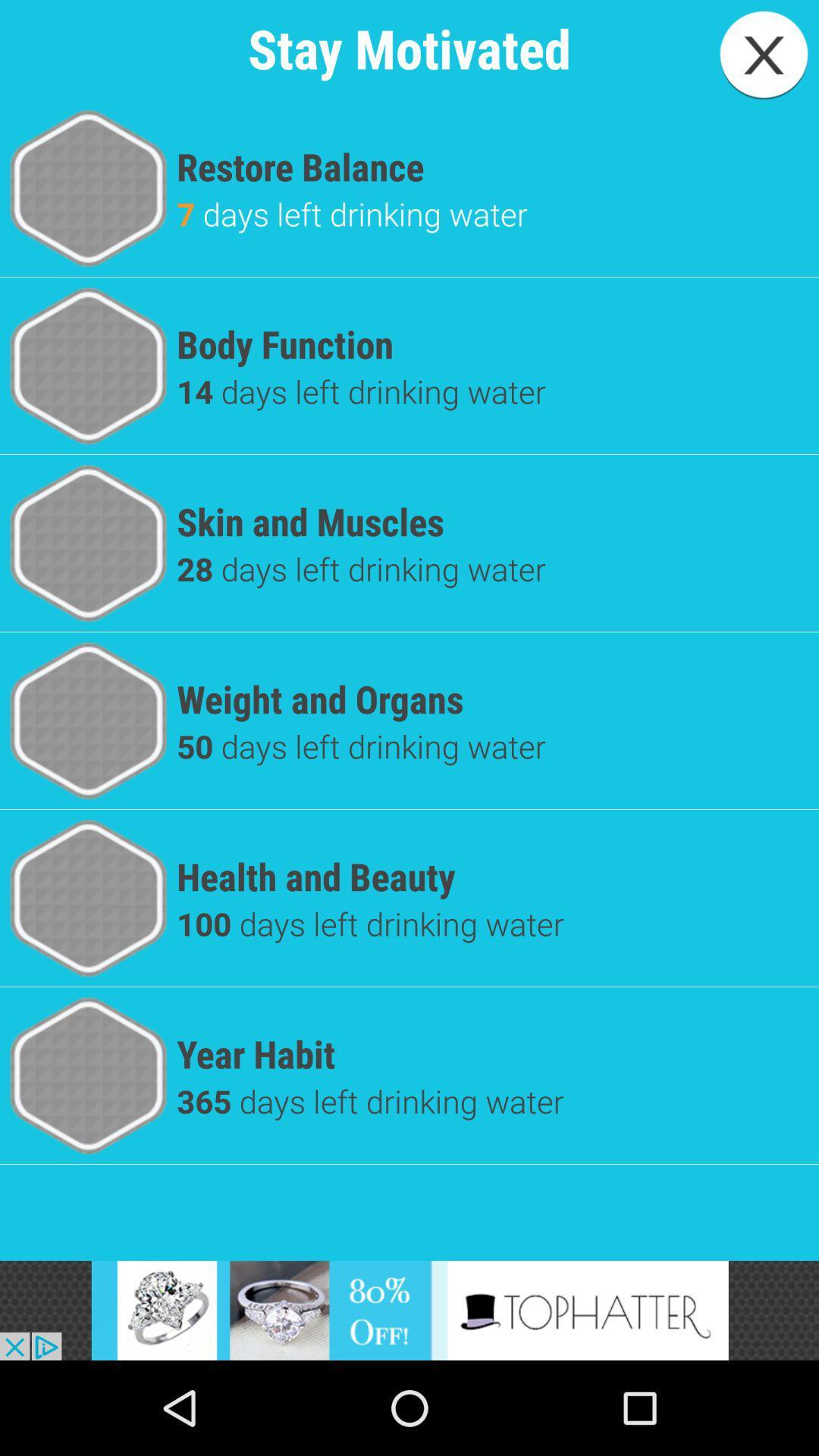 This screenshot has width=819, height=1456. I want to click on come back, so click(764, 55).